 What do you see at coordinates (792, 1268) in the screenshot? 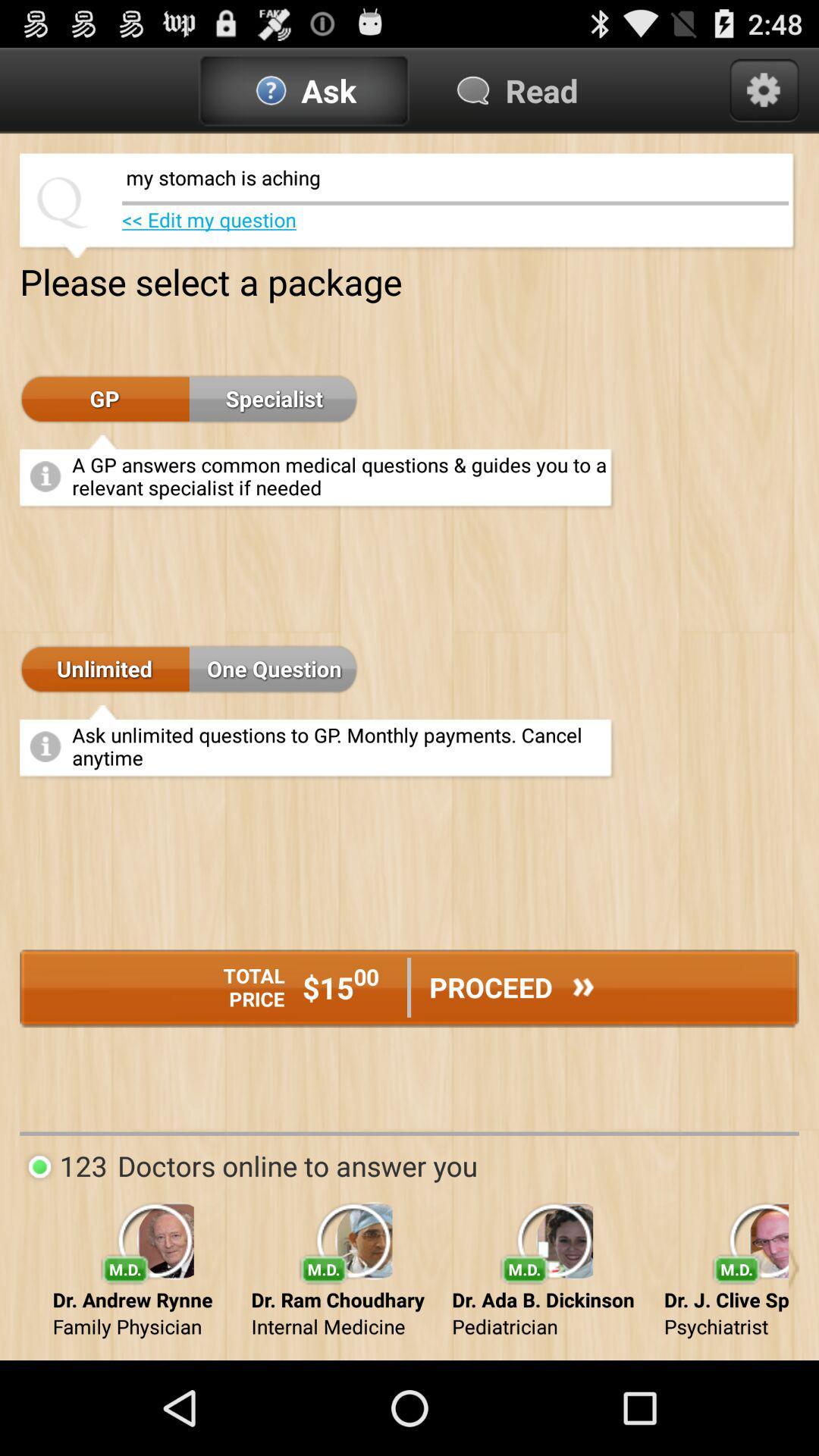
I see `talk to a person` at bounding box center [792, 1268].